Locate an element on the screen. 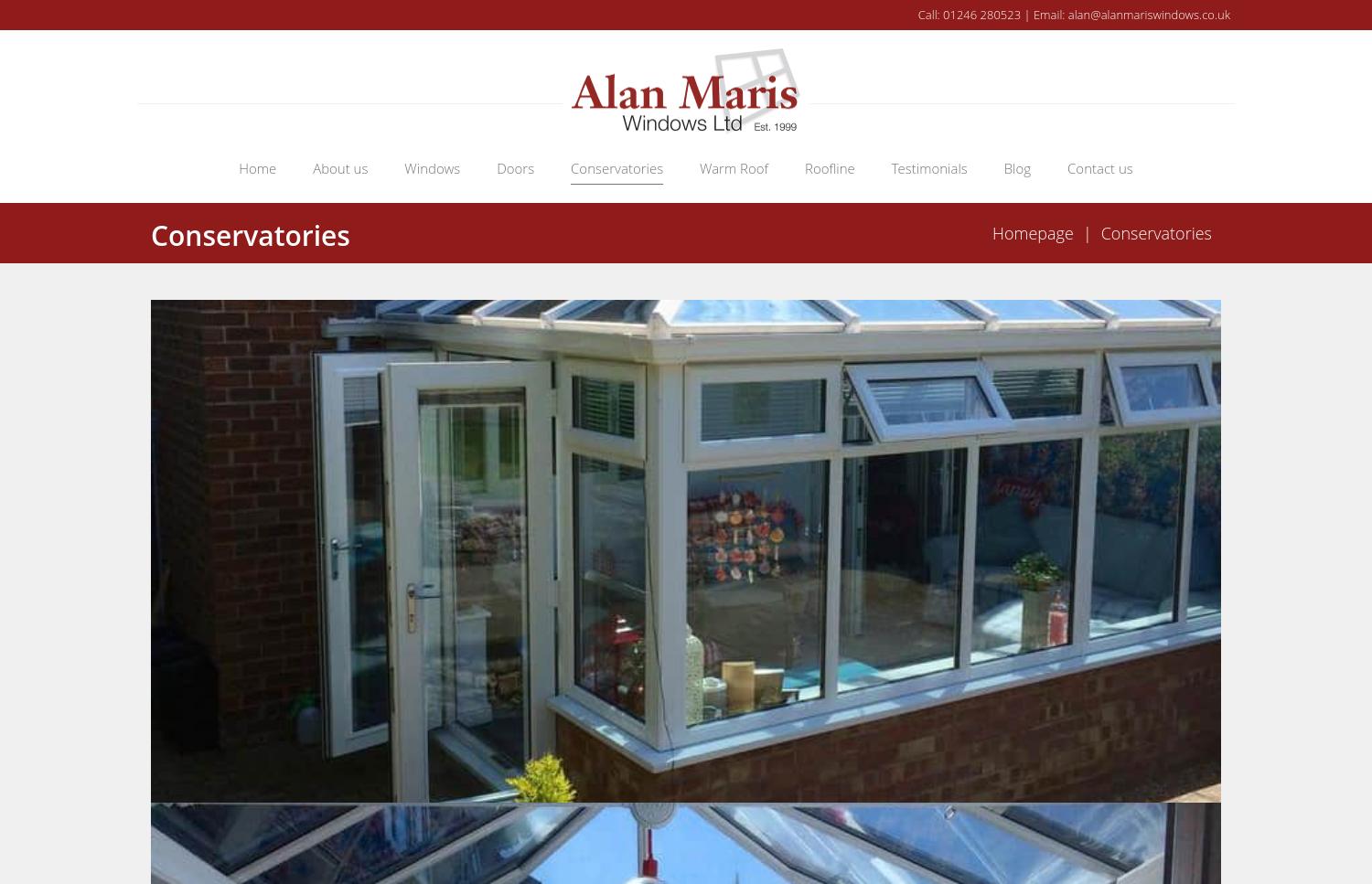  'Doors' is located at coordinates (497, 166).